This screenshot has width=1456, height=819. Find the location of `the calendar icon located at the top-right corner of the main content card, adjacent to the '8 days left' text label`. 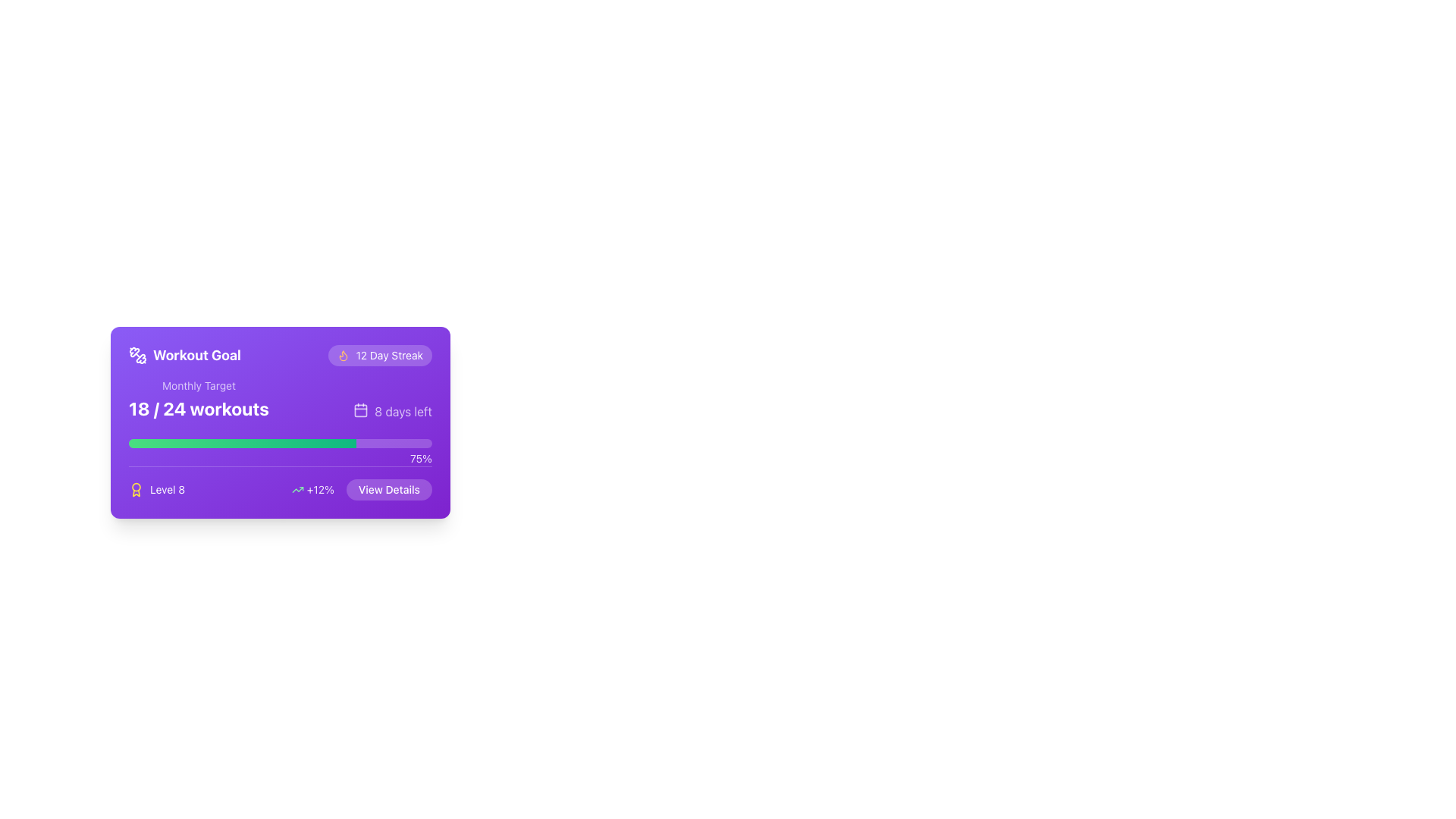

the calendar icon located at the top-right corner of the main content card, adjacent to the '8 days left' text label is located at coordinates (360, 410).